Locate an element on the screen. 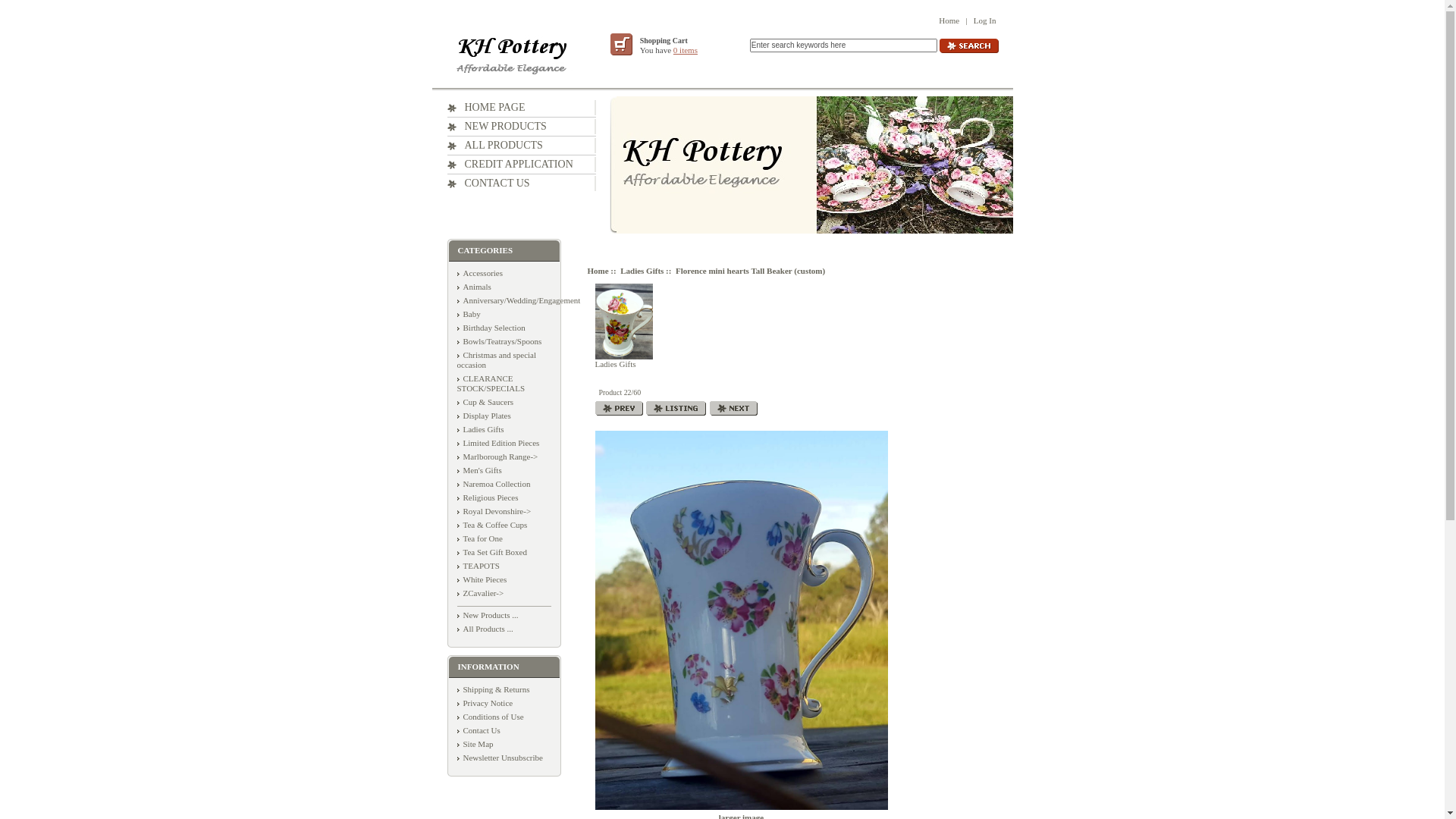 This screenshot has width=1456, height=819. 'Accessories' is located at coordinates (455, 271).